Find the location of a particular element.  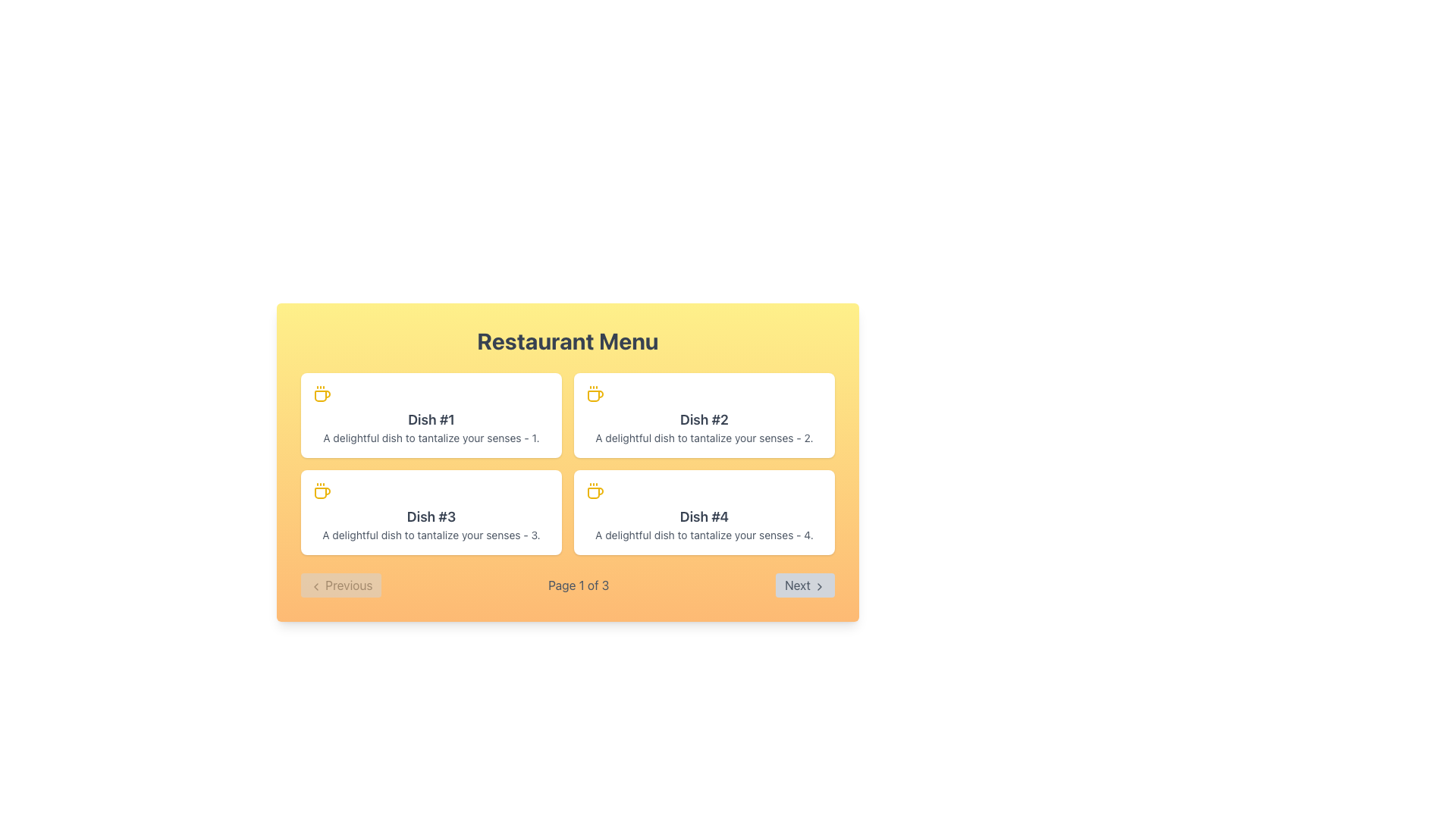

the 'Next' button with a gray background and a right-pointing chevron icon, located at the bottom-right corner of the 'Restaurant Menu' panel is located at coordinates (805, 584).